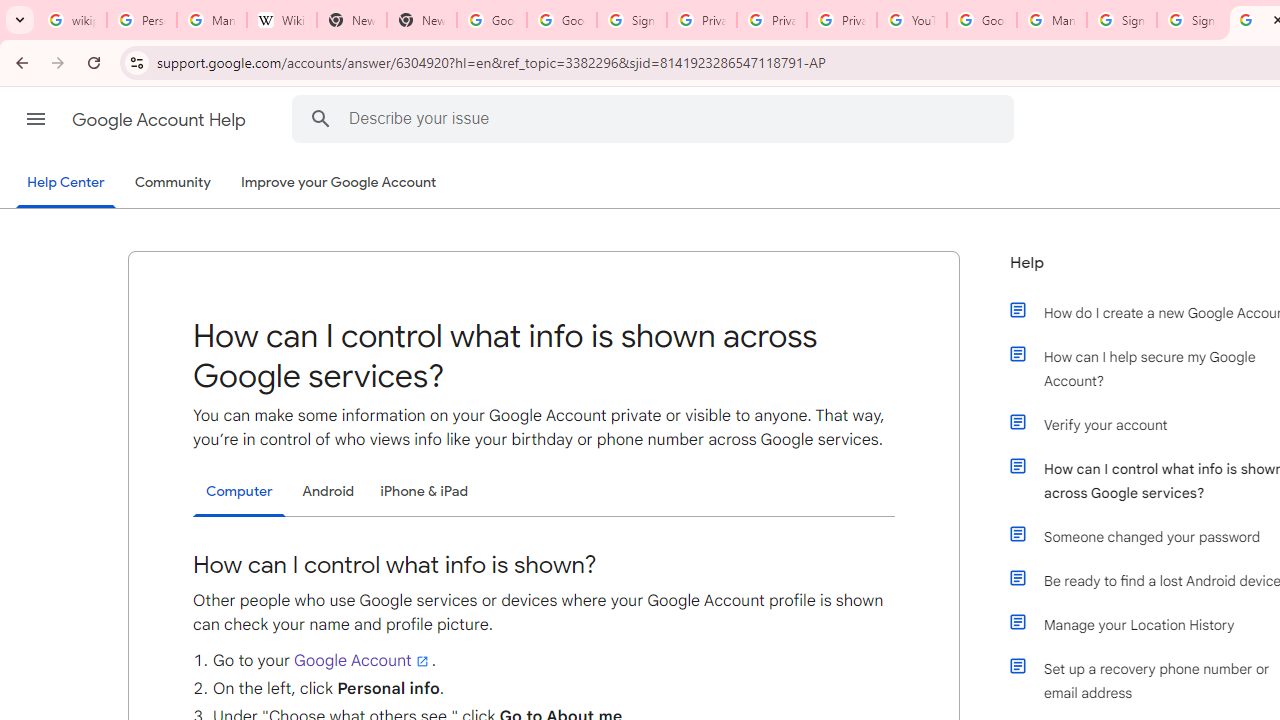  What do you see at coordinates (423, 491) in the screenshot?
I see `'iPhone & iPad'` at bounding box center [423, 491].